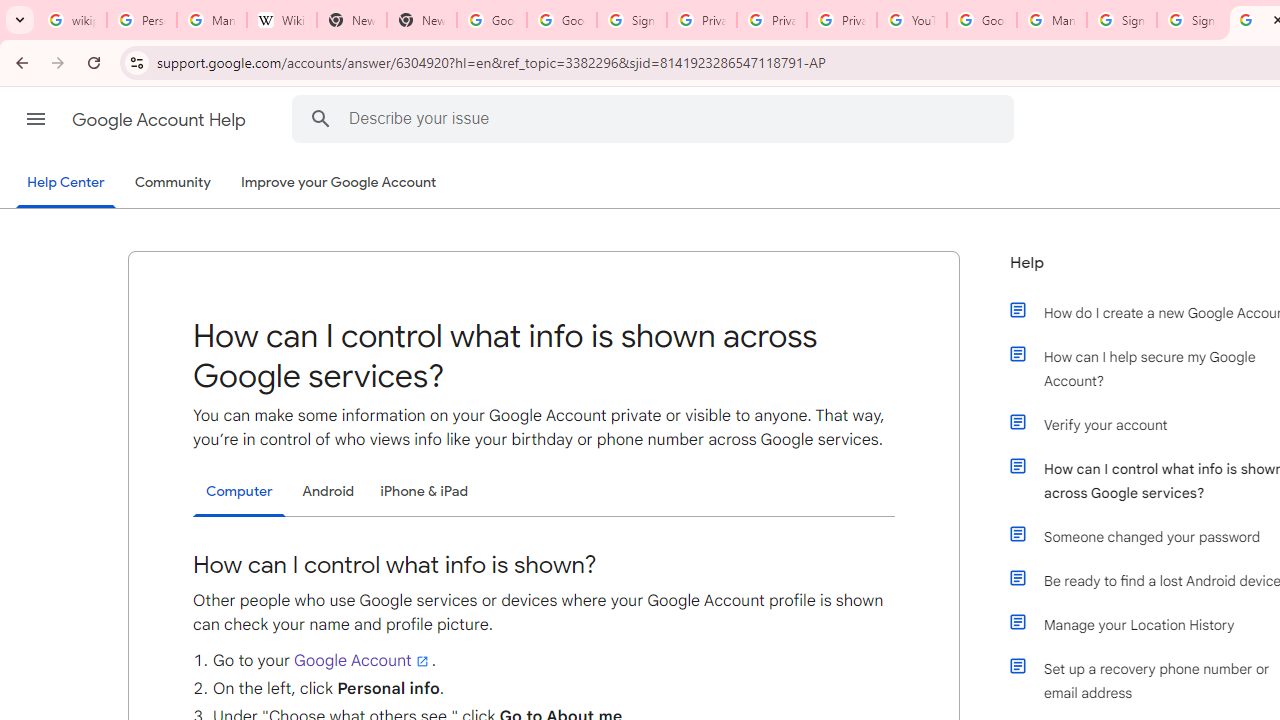  What do you see at coordinates (423, 491) in the screenshot?
I see `'iPhone & iPad'` at bounding box center [423, 491].